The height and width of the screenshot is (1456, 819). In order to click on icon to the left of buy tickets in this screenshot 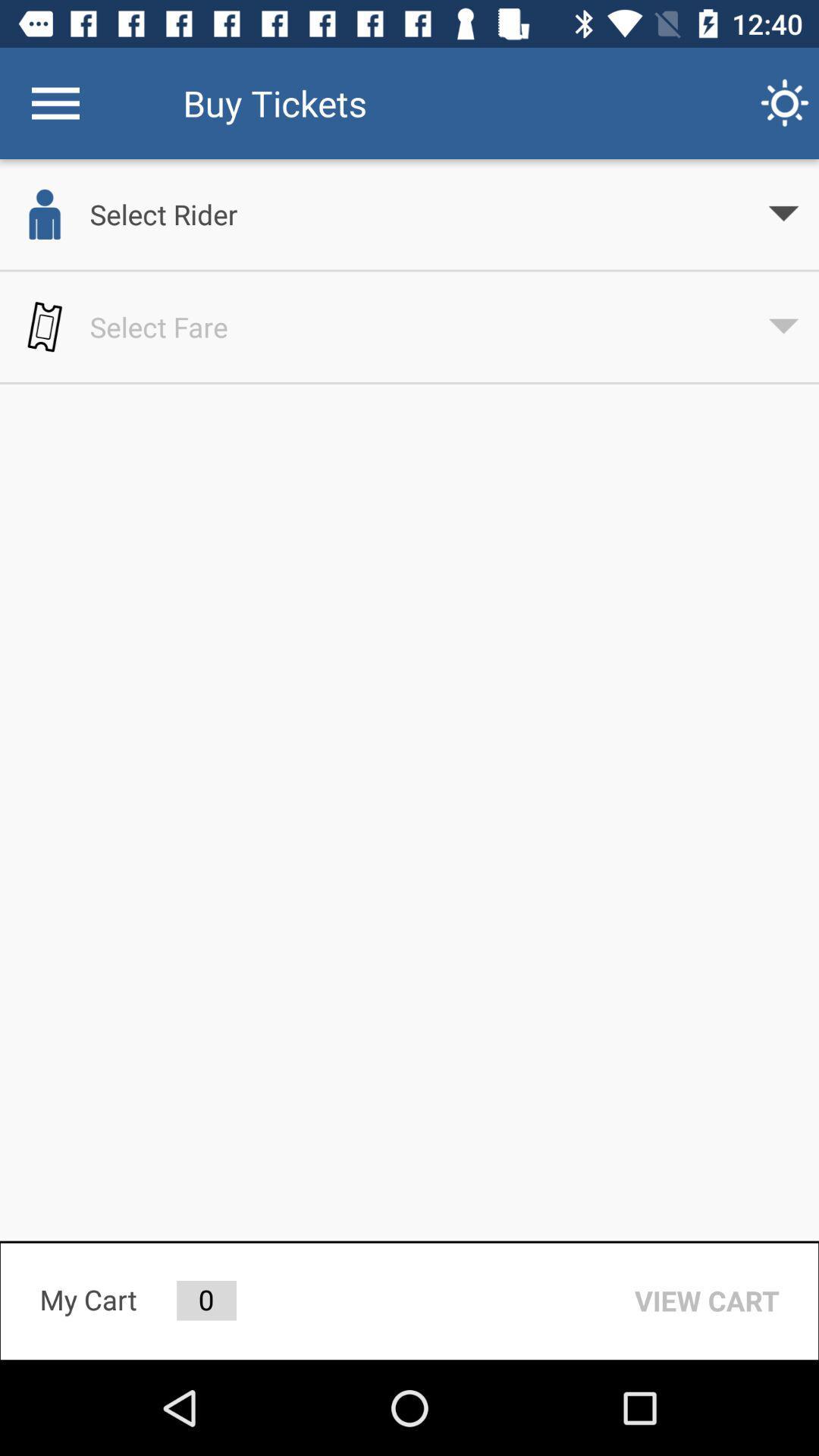, I will do `click(55, 102)`.